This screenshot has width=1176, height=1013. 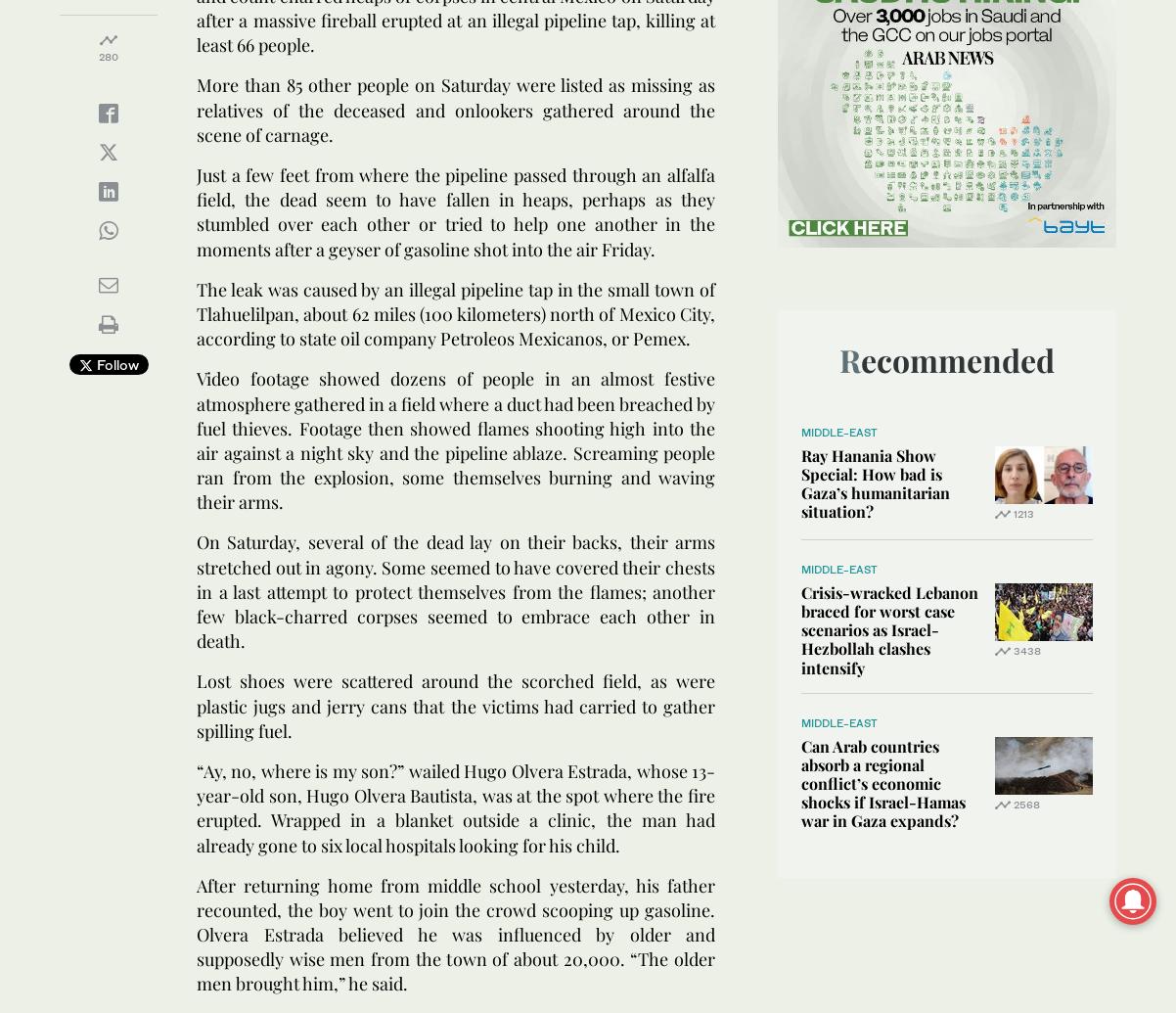 I want to click on 'More than 85 other people on Saturday were listed as missing as relatives of the deceased and onlookers gathered around the scene of carnage.', so click(x=455, y=109).